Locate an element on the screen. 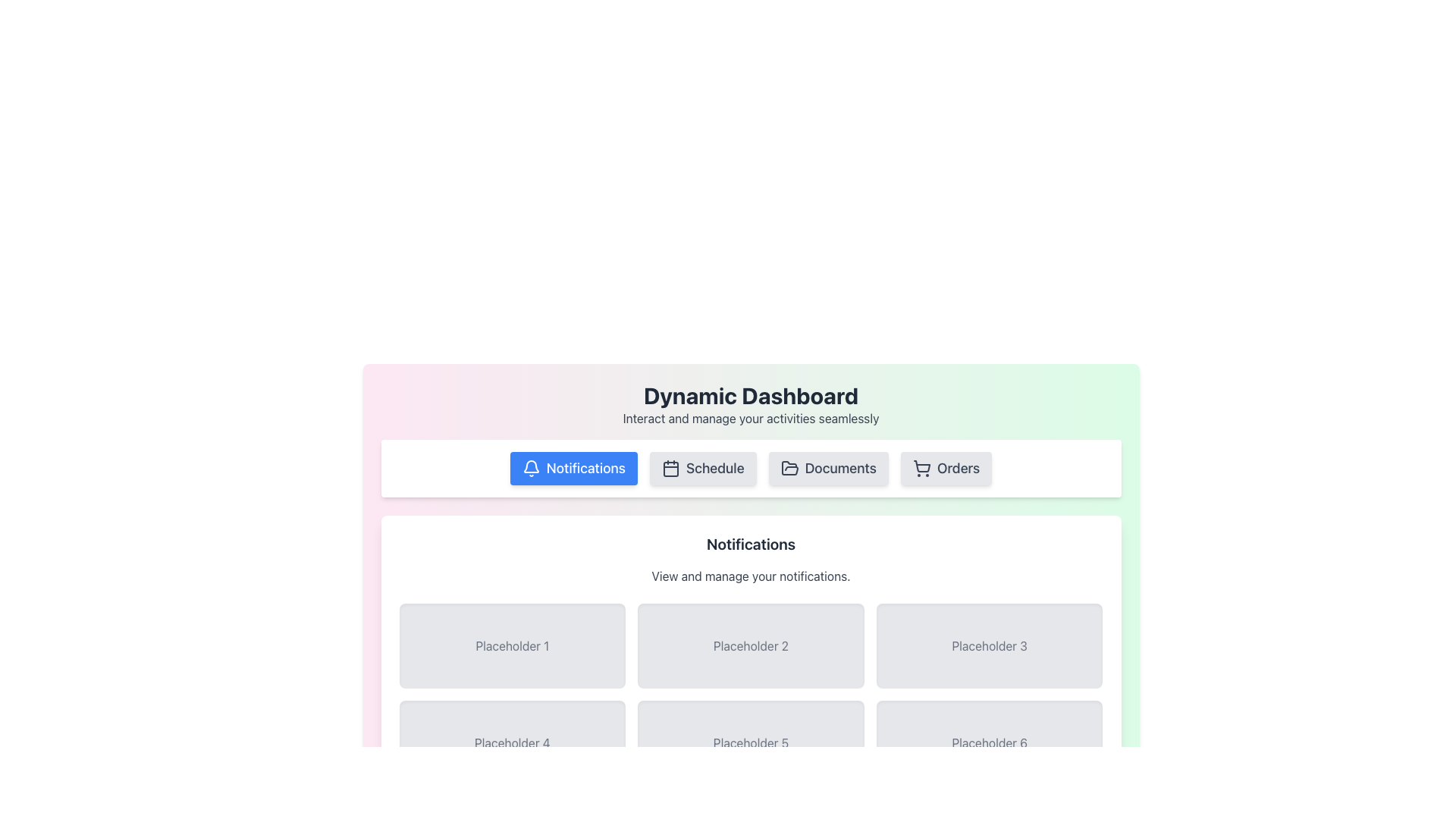  the text label reading 'Notifications', which is part of a button-like component in the horizontal menu bar at the top of the page is located at coordinates (585, 467).